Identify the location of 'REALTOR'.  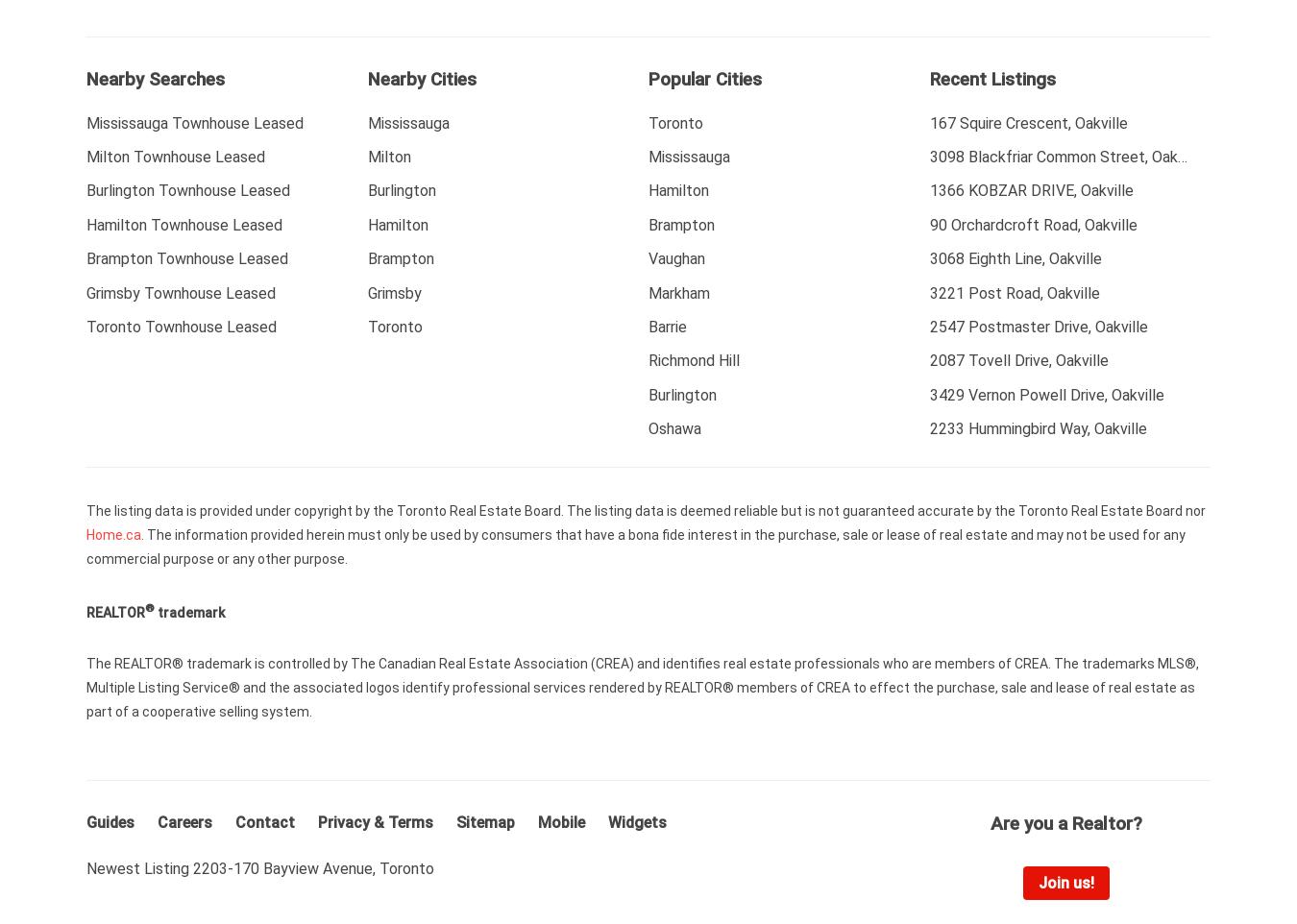
(115, 612).